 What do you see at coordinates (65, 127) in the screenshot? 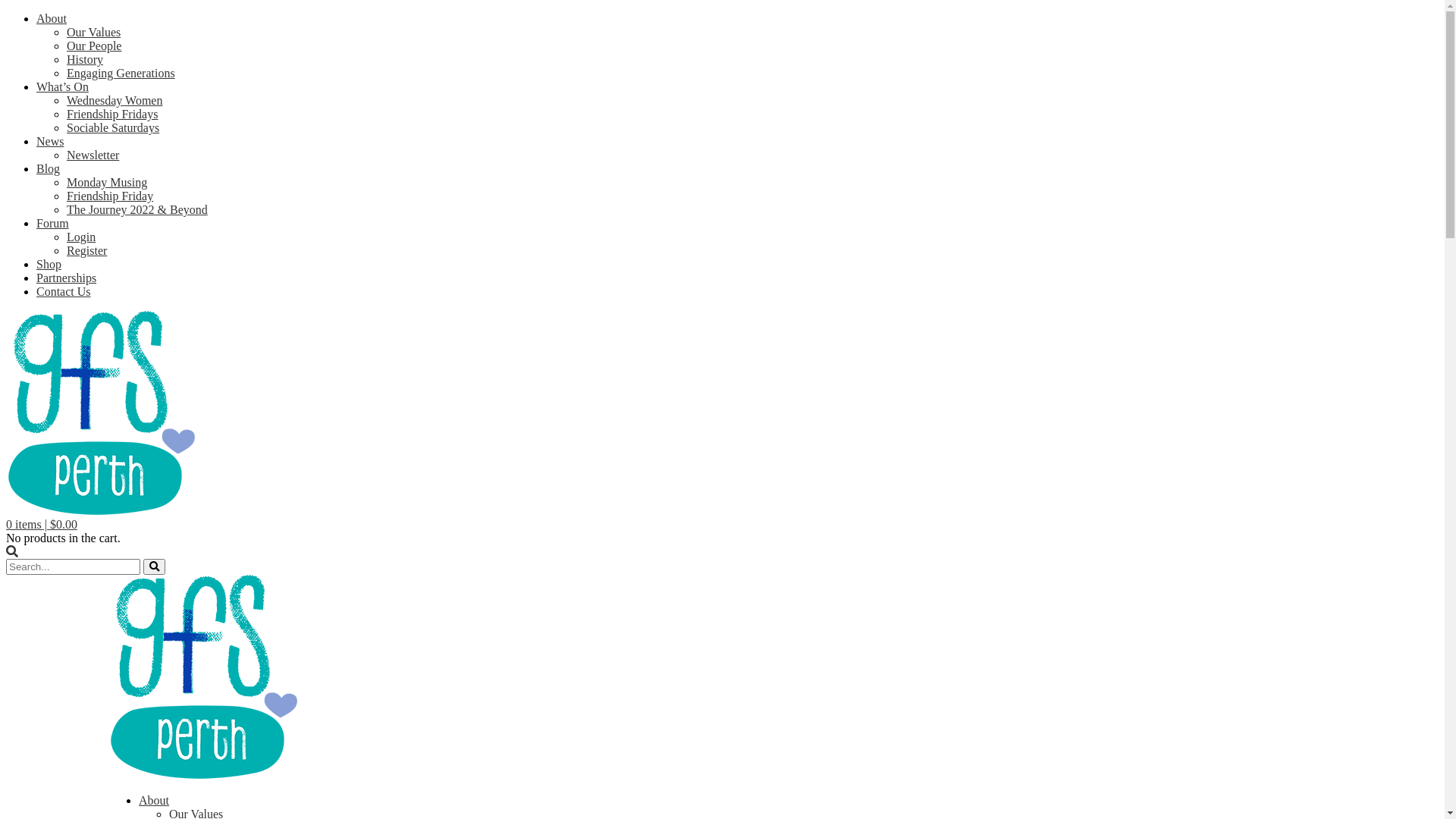
I see `'Sociable Saturdays'` at bounding box center [65, 127].